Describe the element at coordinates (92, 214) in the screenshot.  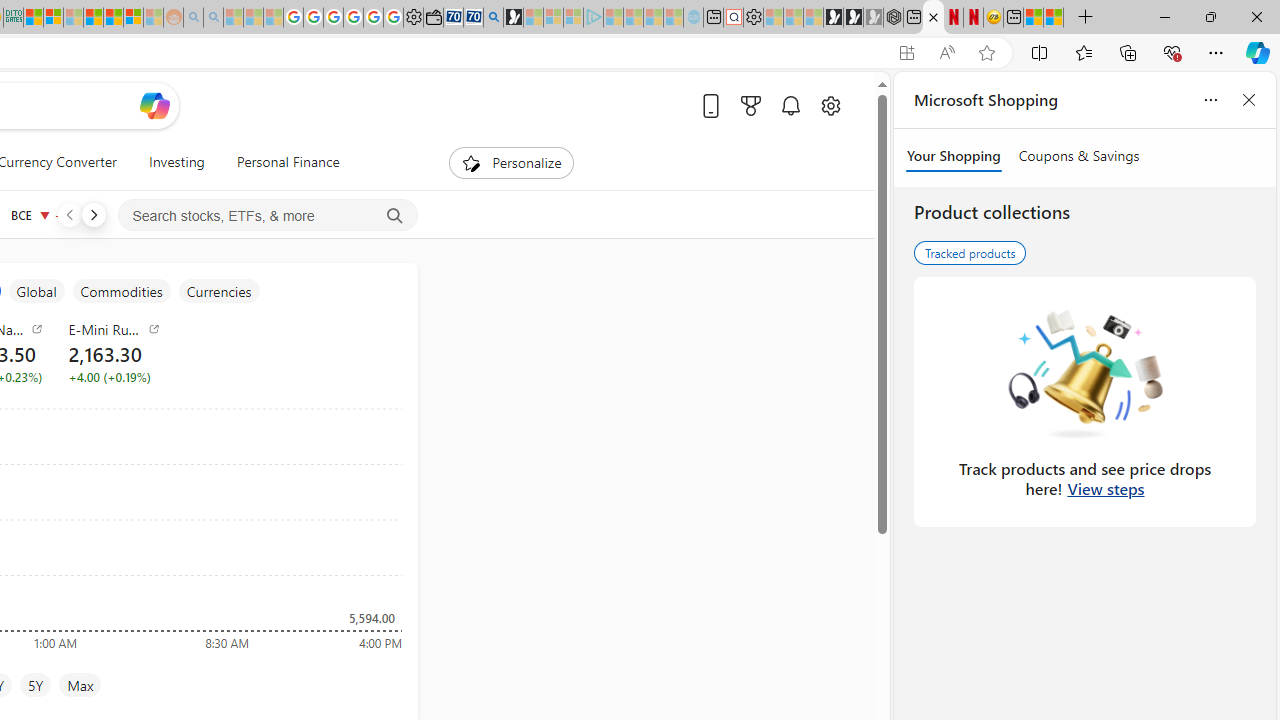
I see `'Next'` at that location.